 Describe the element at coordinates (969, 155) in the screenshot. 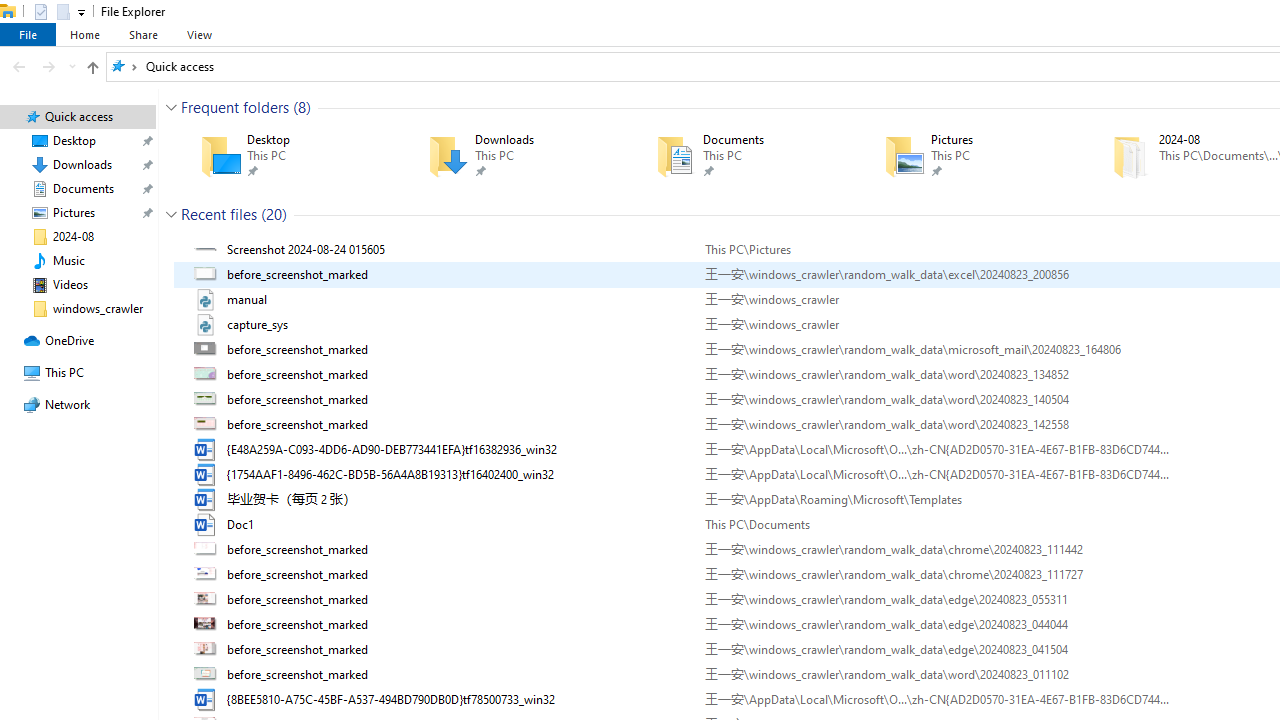

I see `'Pictures'` at that location.